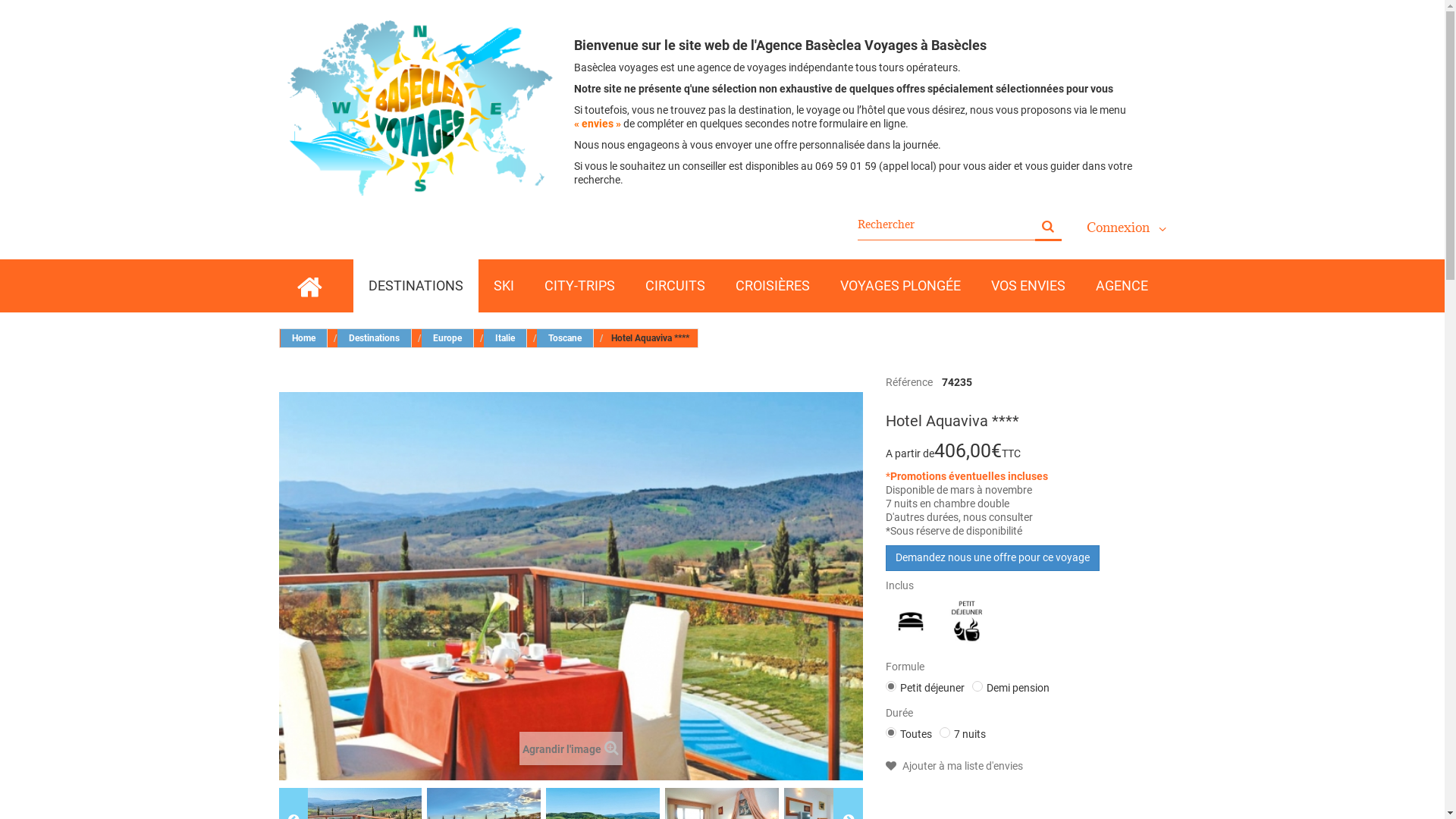  I want to click on 'CITY-TRIPS', so click(579, 286).